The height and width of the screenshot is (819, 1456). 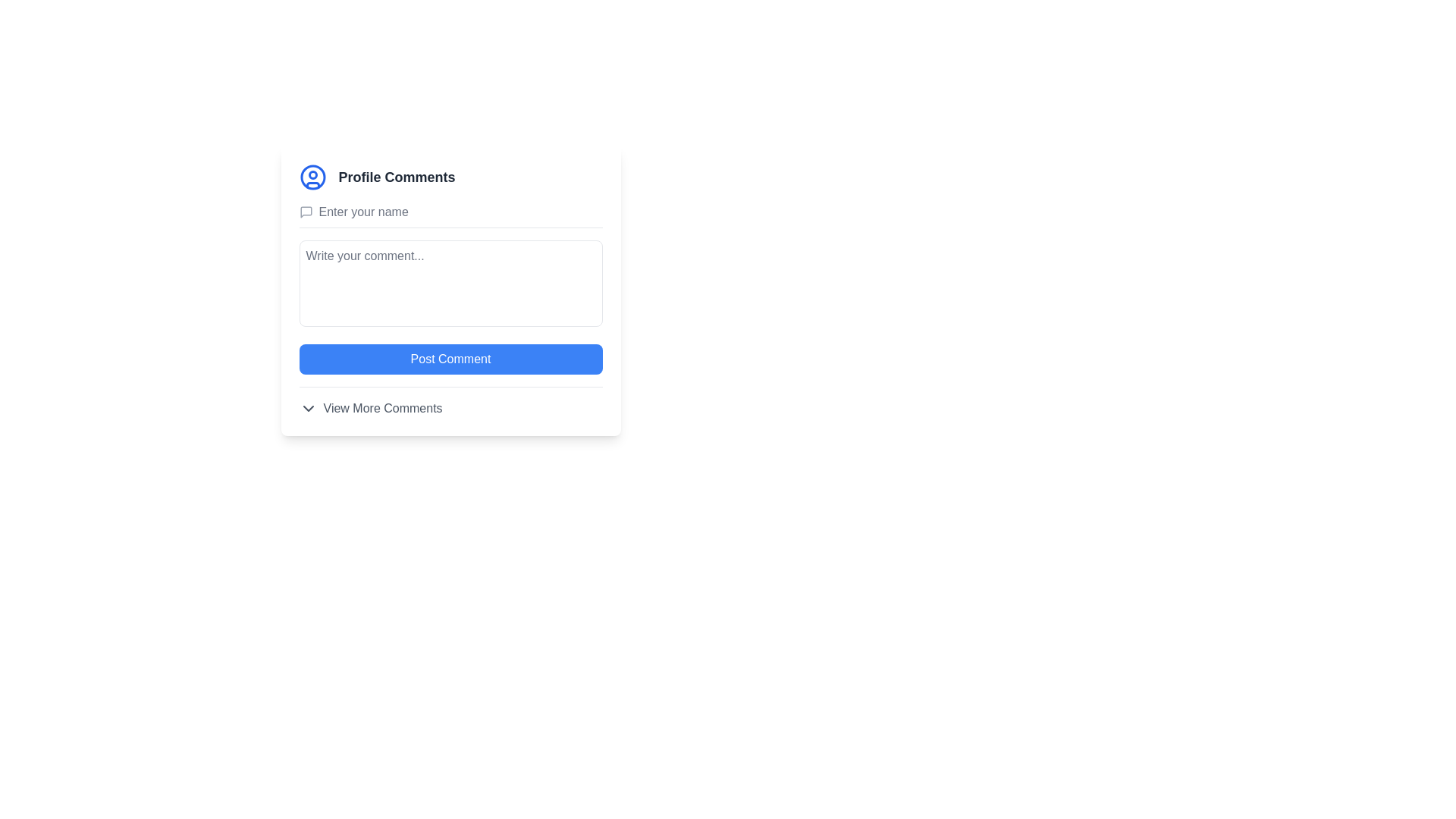 I want to click on the 'Profile Comments' text label, which is styled with a large, bold font in dark gray and serves as the header for a content section, so click(x=397, y=177).